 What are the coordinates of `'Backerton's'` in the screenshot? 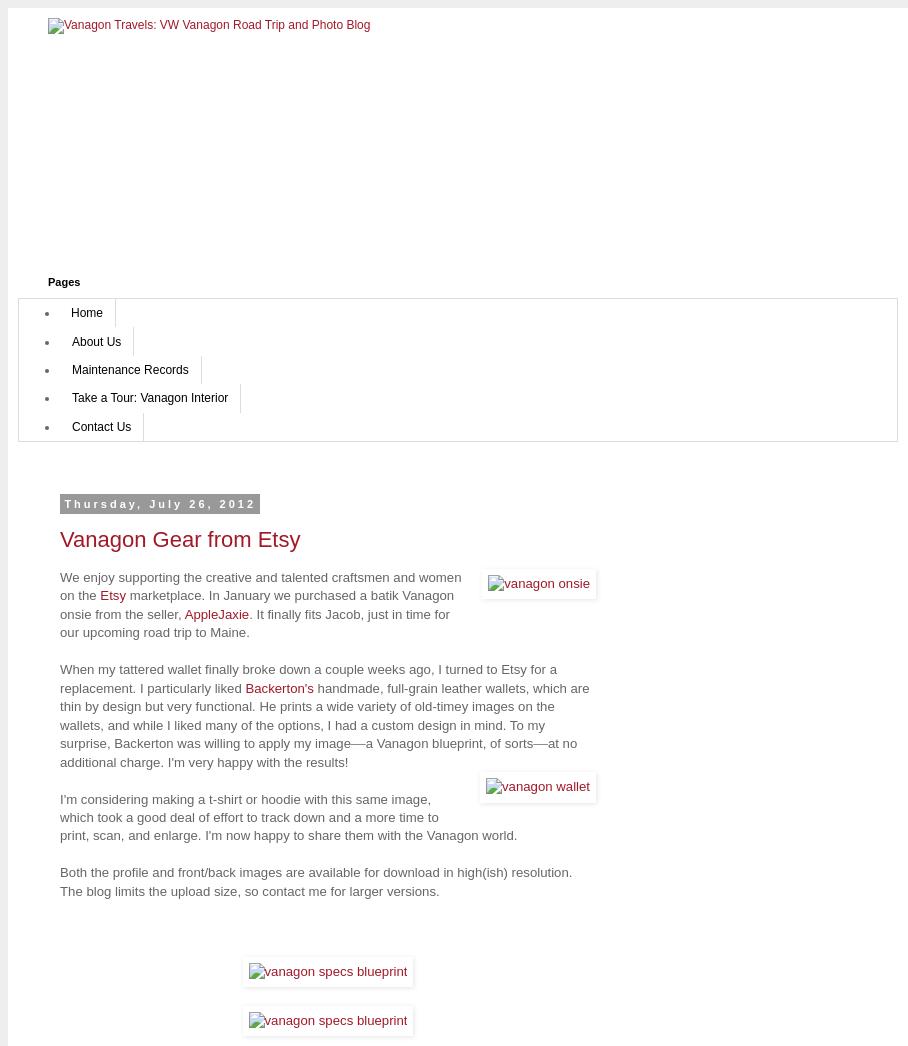 It's located at (279, 687).